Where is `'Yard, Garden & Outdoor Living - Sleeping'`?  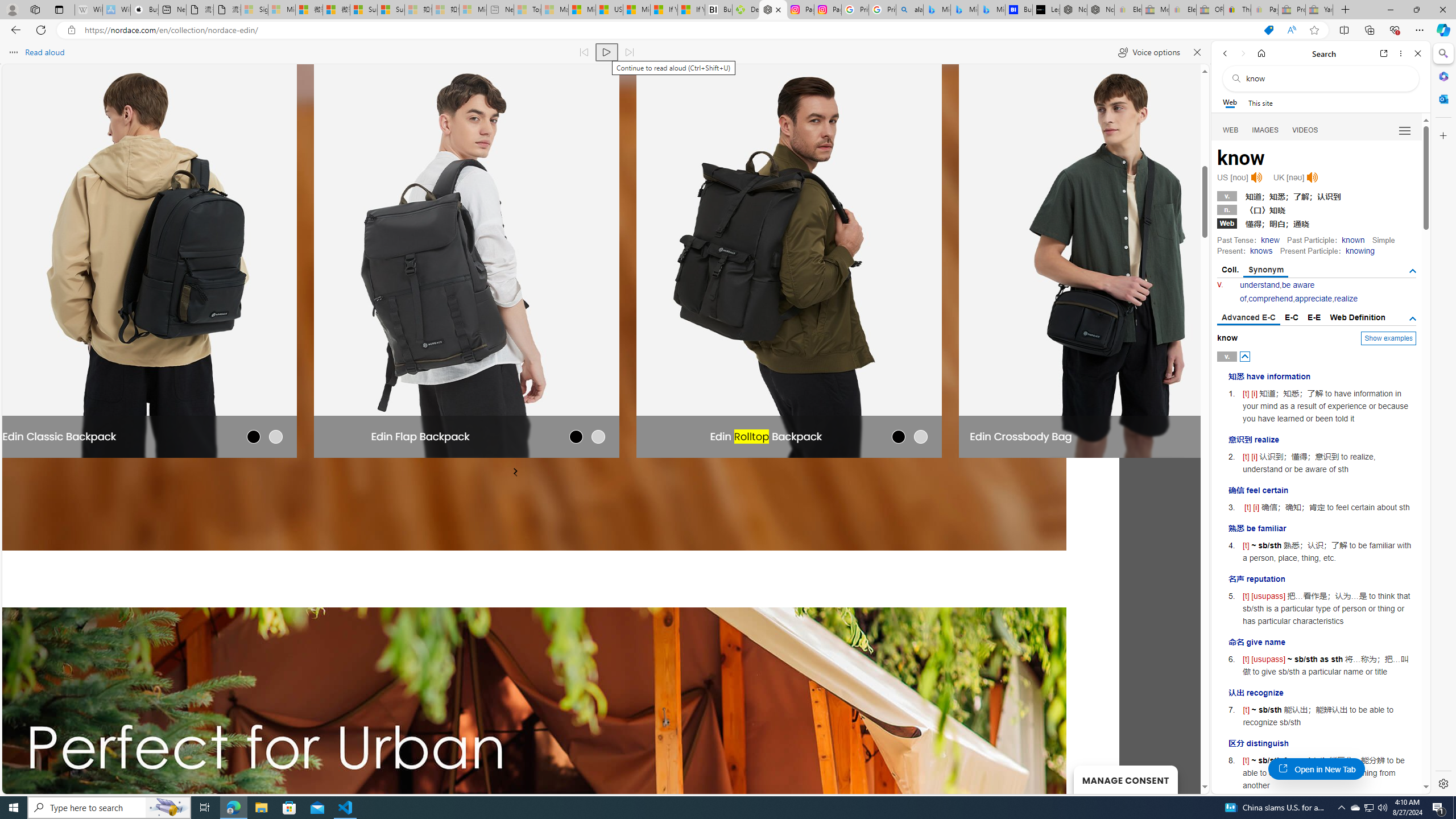
'Yard, Garden & Outdoor Living - Sleeping' is located at coordinates (1319, 9).